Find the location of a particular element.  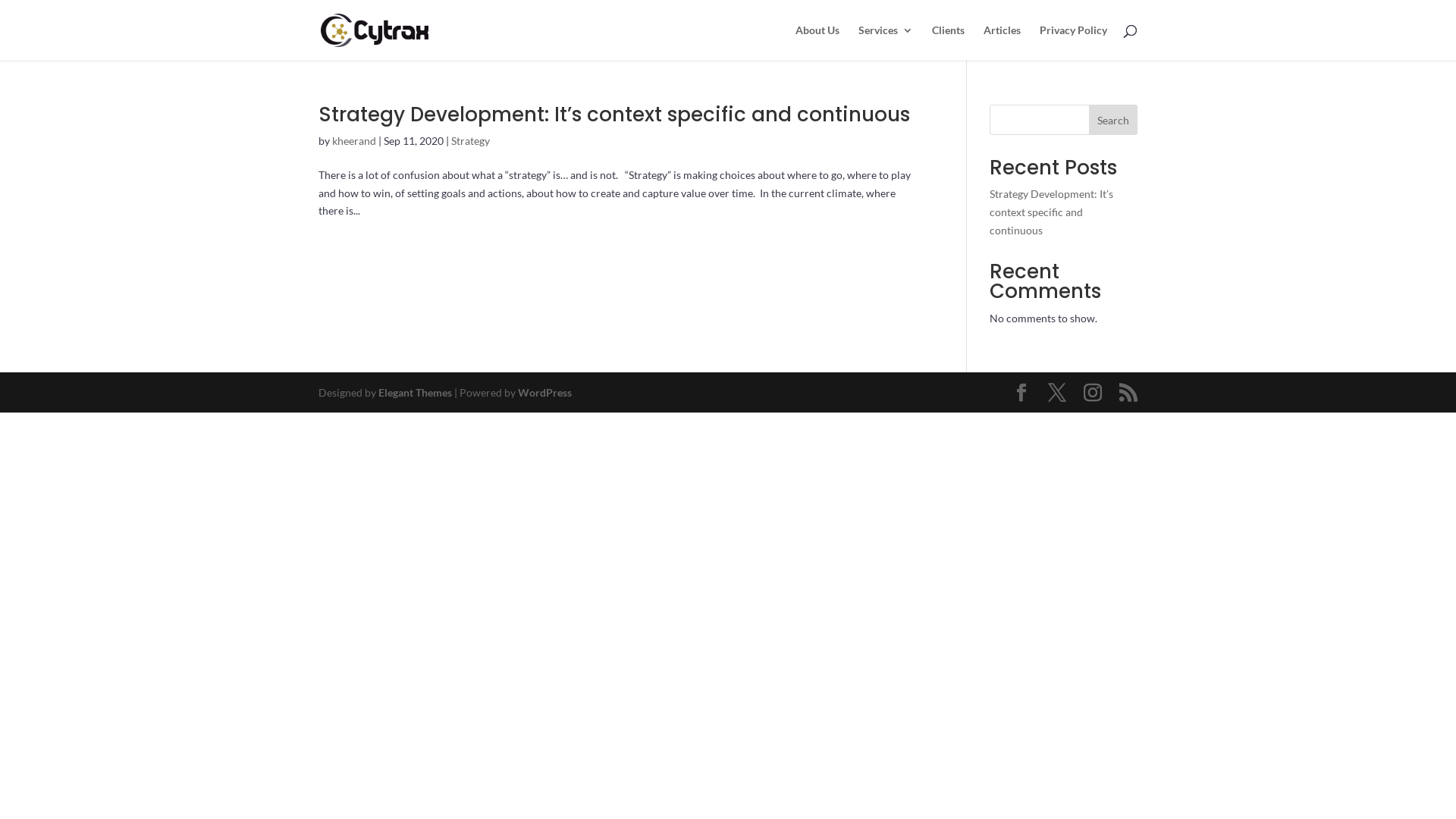

'Elegant Themes' is located at coordinates (415, 391).